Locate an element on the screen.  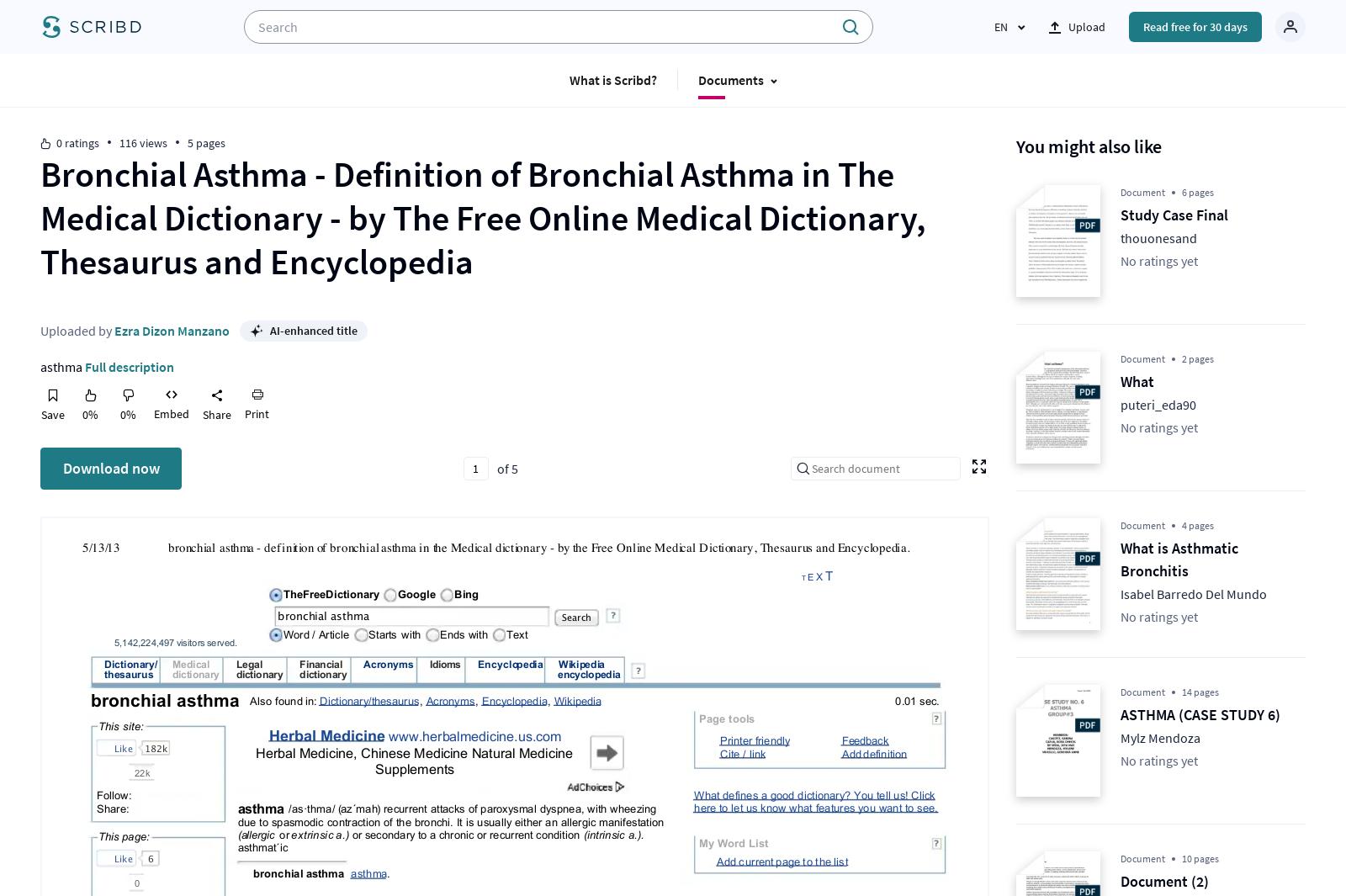
'What' is located at coordinates (1137, 380).